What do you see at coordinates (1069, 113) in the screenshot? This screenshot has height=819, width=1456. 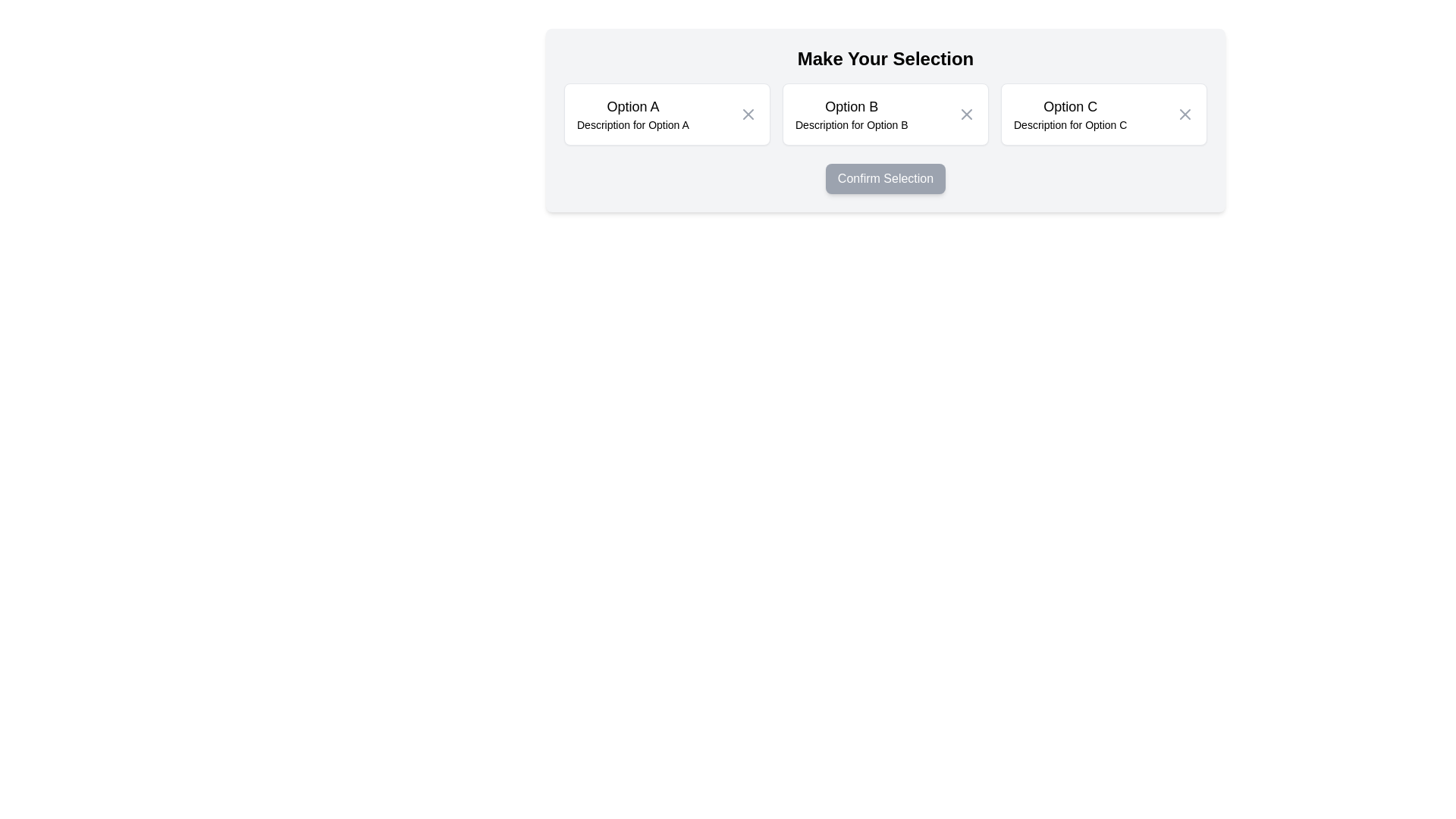 I see `the selectable card titled 'Option C' which is the third option in a horizontal row of selectable cards under the section 'Make Your Selection'` at bounding box center [1069, 113].